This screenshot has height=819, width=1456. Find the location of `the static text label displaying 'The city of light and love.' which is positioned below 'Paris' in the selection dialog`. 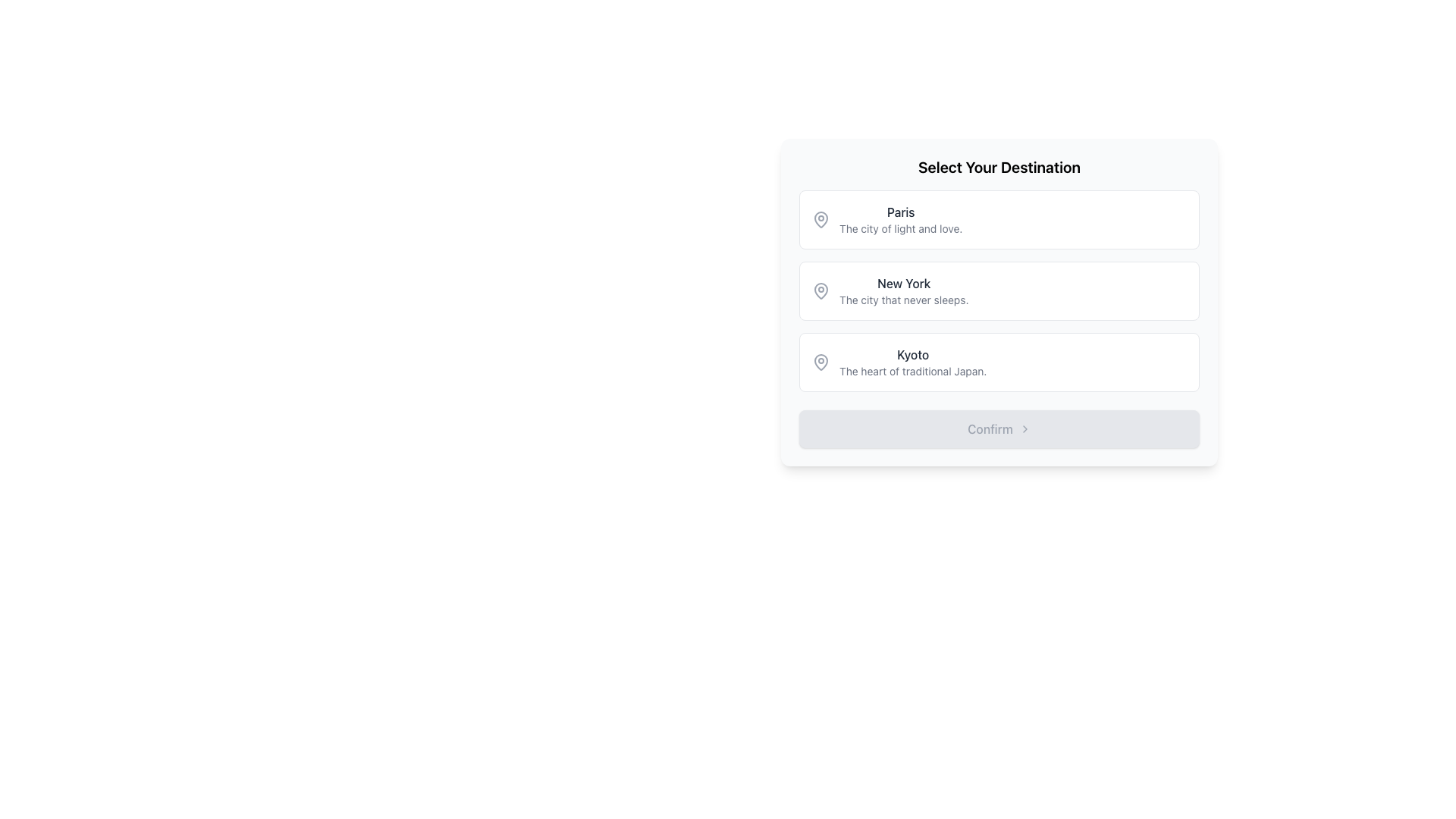

the static text label displaying 'The city of light and love.' which is positioned below 'Paris' in the selection dialog is located at coordinates (901, 228).